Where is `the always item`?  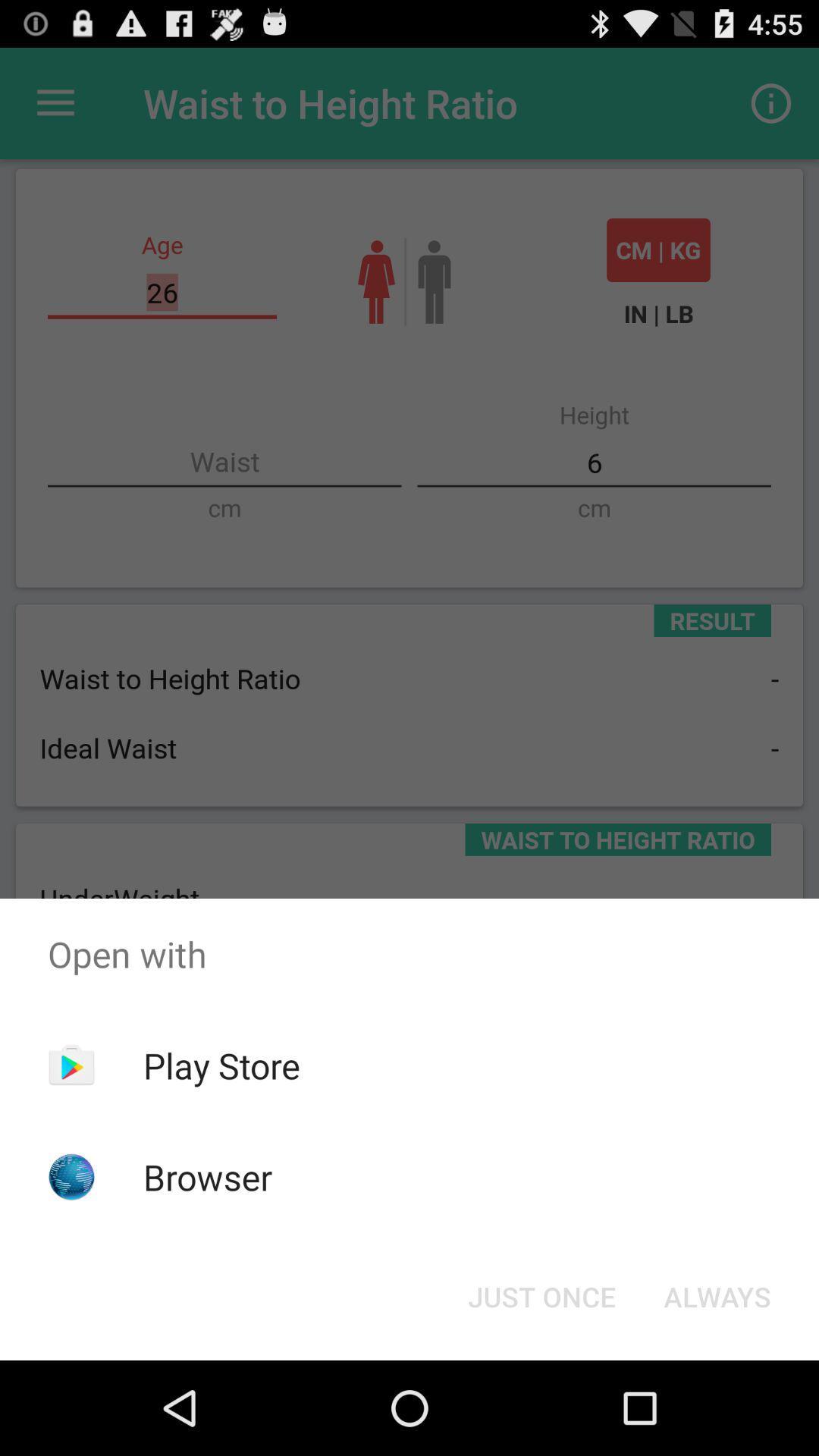 the always item is located at coordinates (717, 1295).